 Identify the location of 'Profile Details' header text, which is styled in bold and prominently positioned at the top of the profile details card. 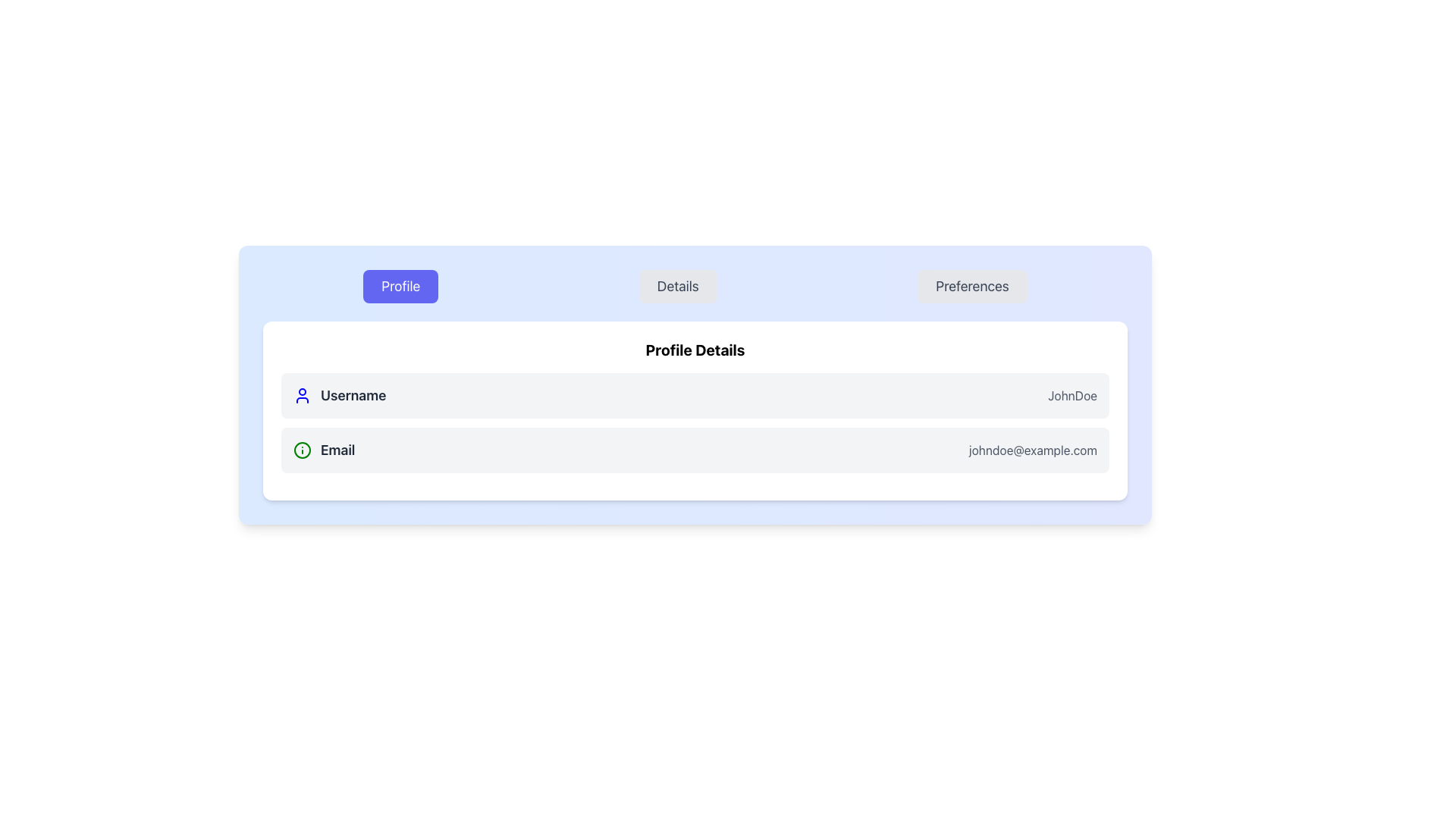
(694, 350).